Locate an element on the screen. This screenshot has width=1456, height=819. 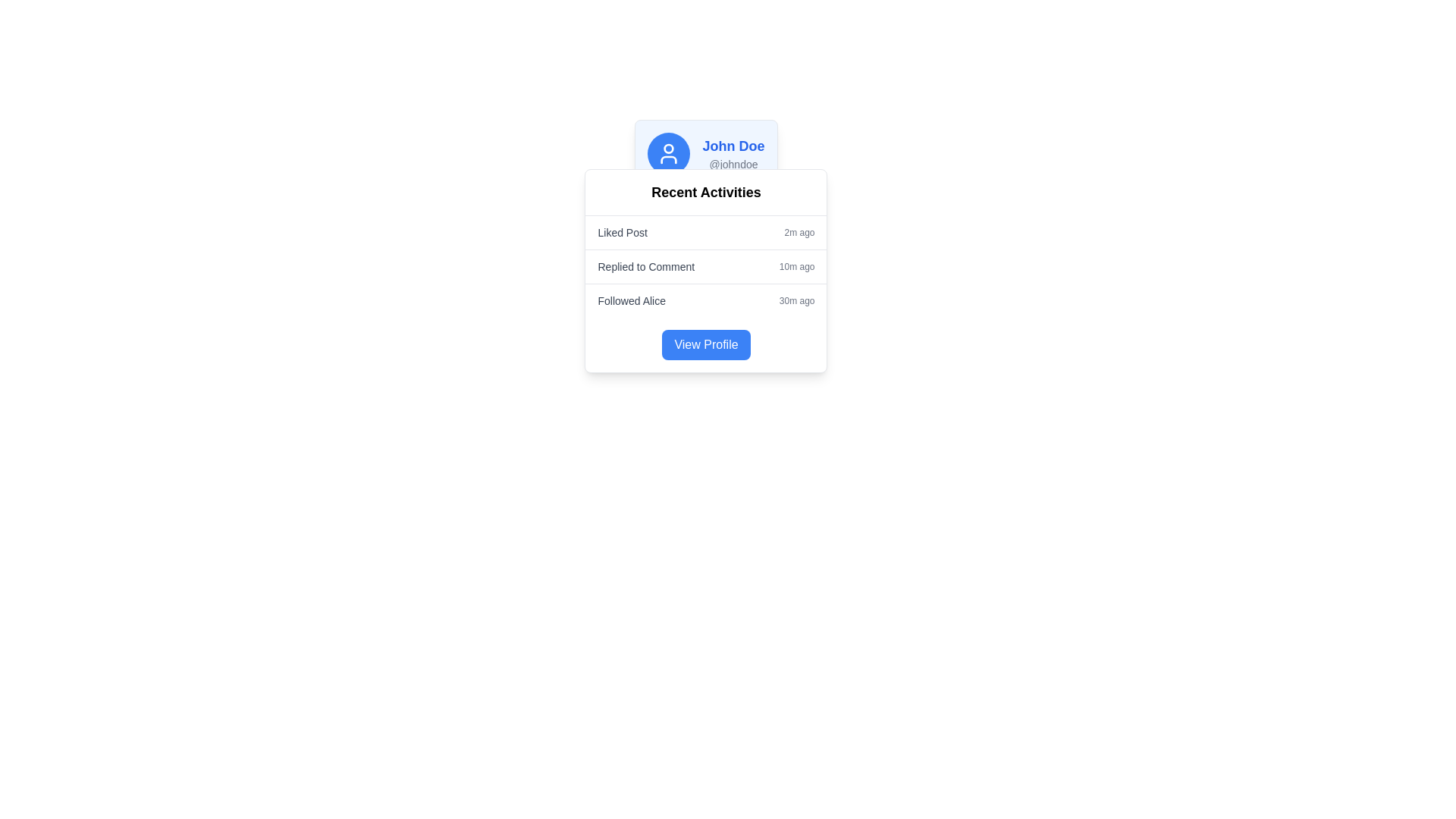
the blue rectangular button labeled 'View Profile' to observe the hover effects is located at coordinates (705, 345).